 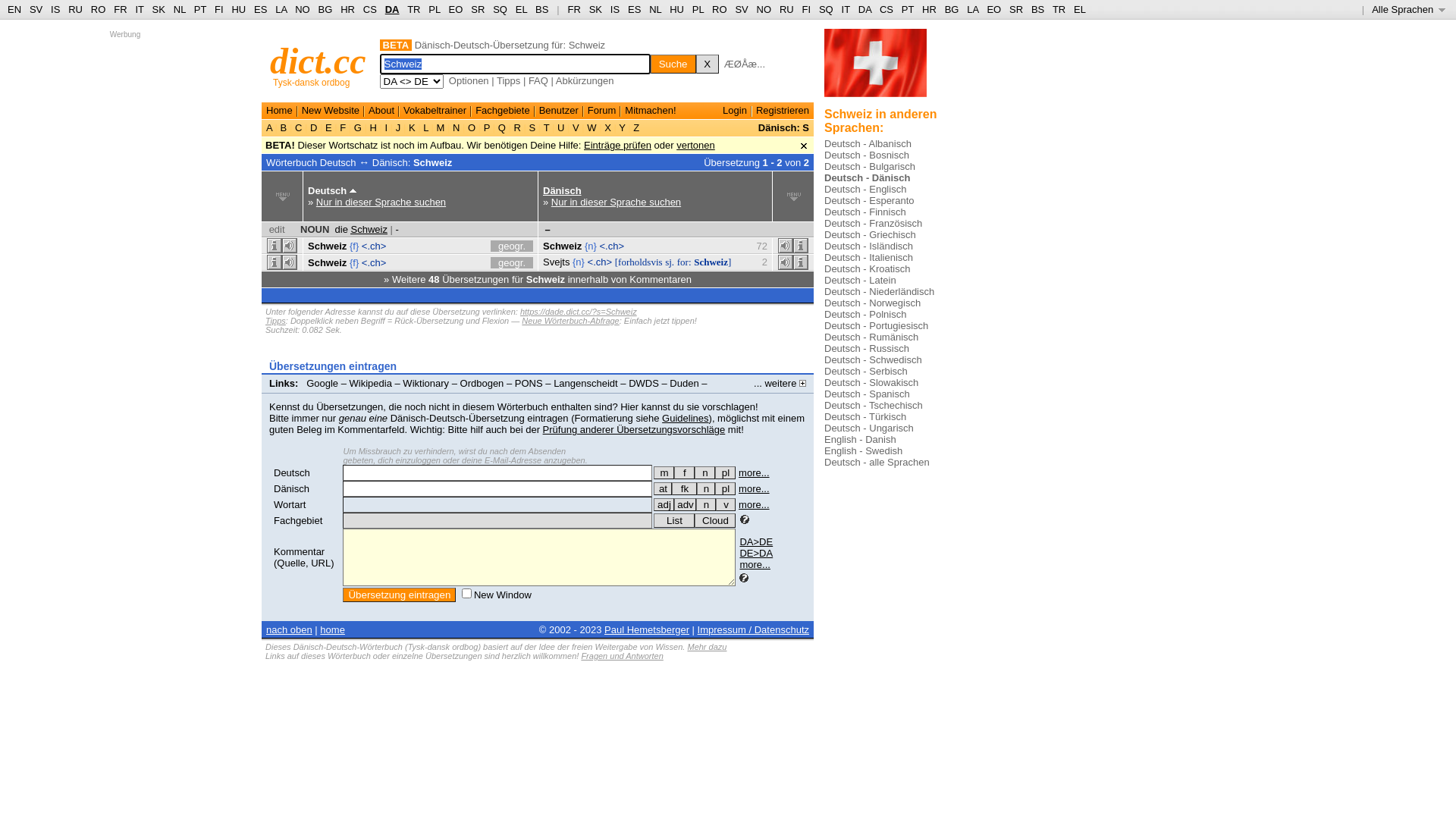 What do you see at coordinates (521, 9) in the screenshot?
I see `'EL'` at bounding box center [521, 9].